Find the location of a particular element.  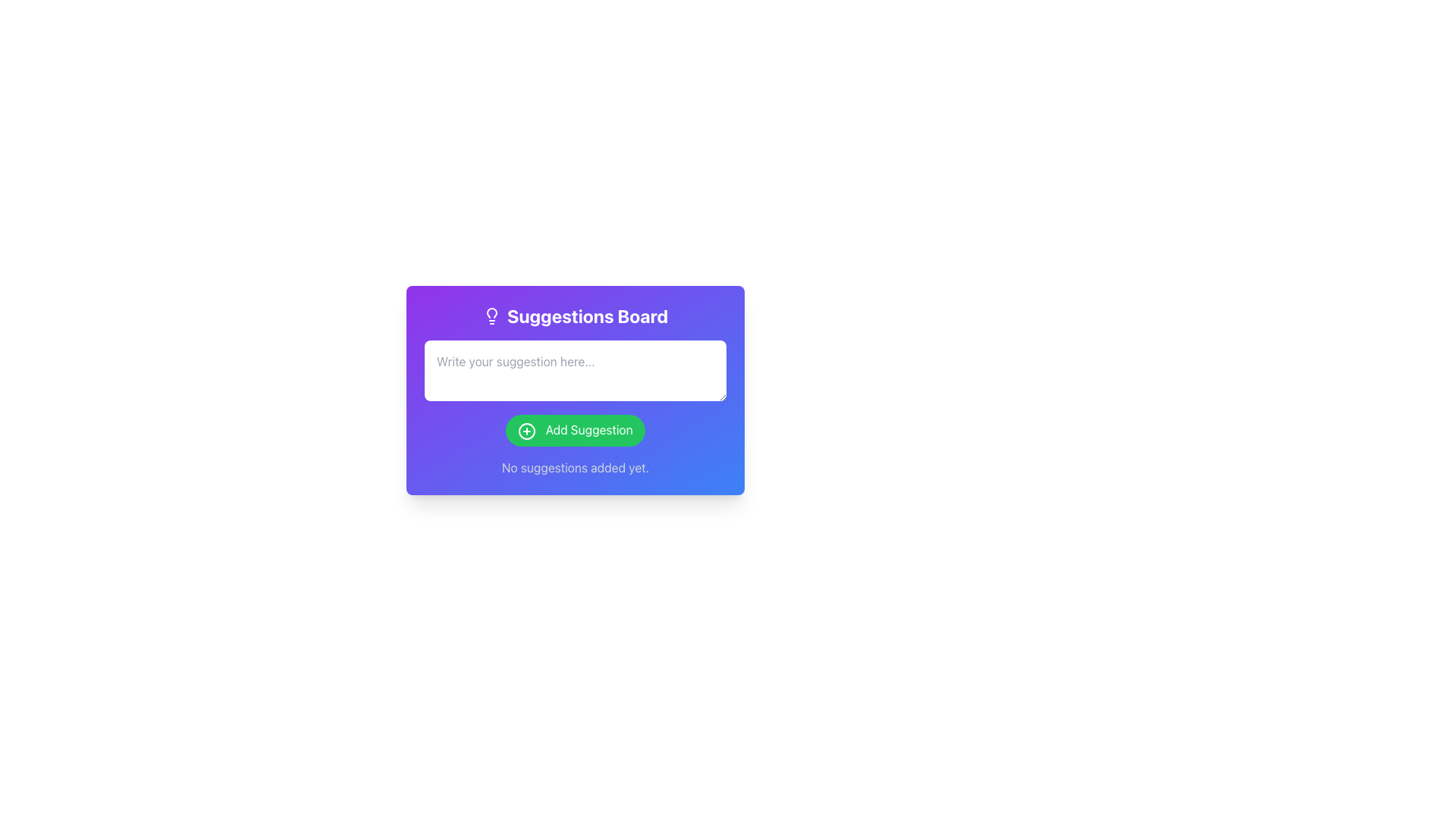

the light bulb icon rendered within an SVG graphic, which is positioned to the left of the text 'Suggestions Board' in the suggestion input UI is located at coordinates (491, 315).